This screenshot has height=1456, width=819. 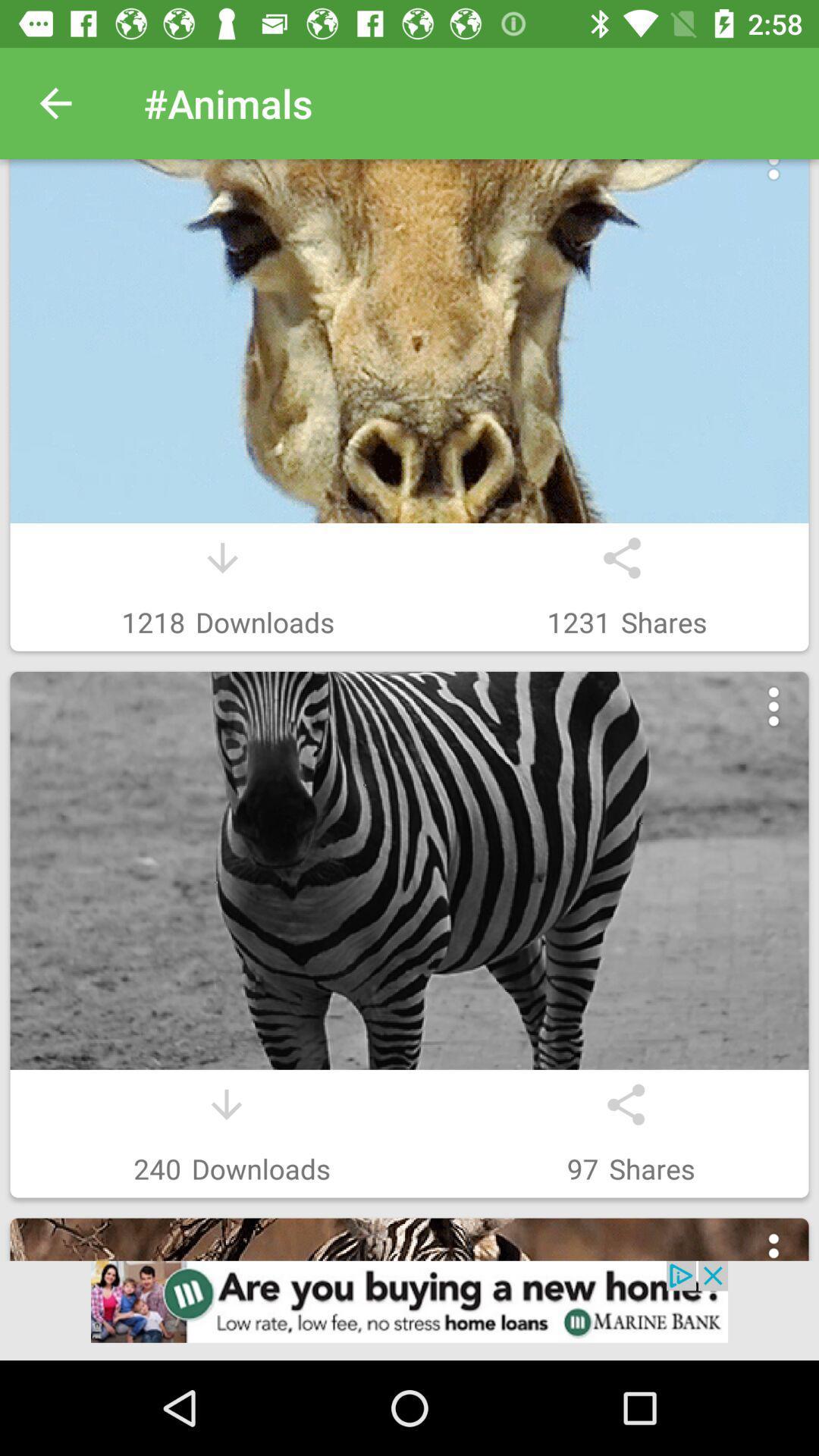 I want to click on advertisement, so click(x=409, y=1310).